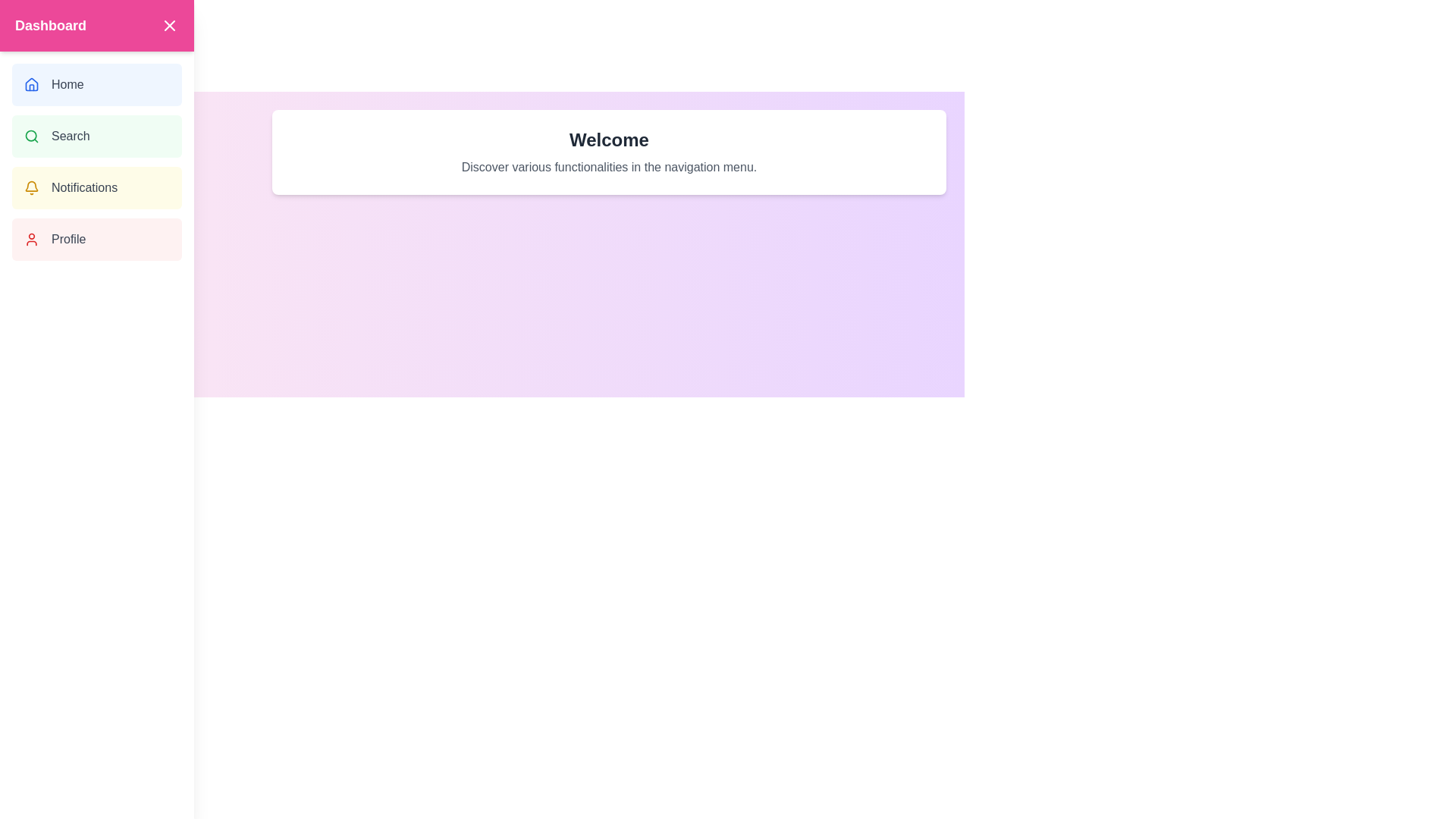  I want to click on the text label providing additional descriptive information located directly beneath the bold heading 'Welcome' in the card-like component, so click(609, 167).